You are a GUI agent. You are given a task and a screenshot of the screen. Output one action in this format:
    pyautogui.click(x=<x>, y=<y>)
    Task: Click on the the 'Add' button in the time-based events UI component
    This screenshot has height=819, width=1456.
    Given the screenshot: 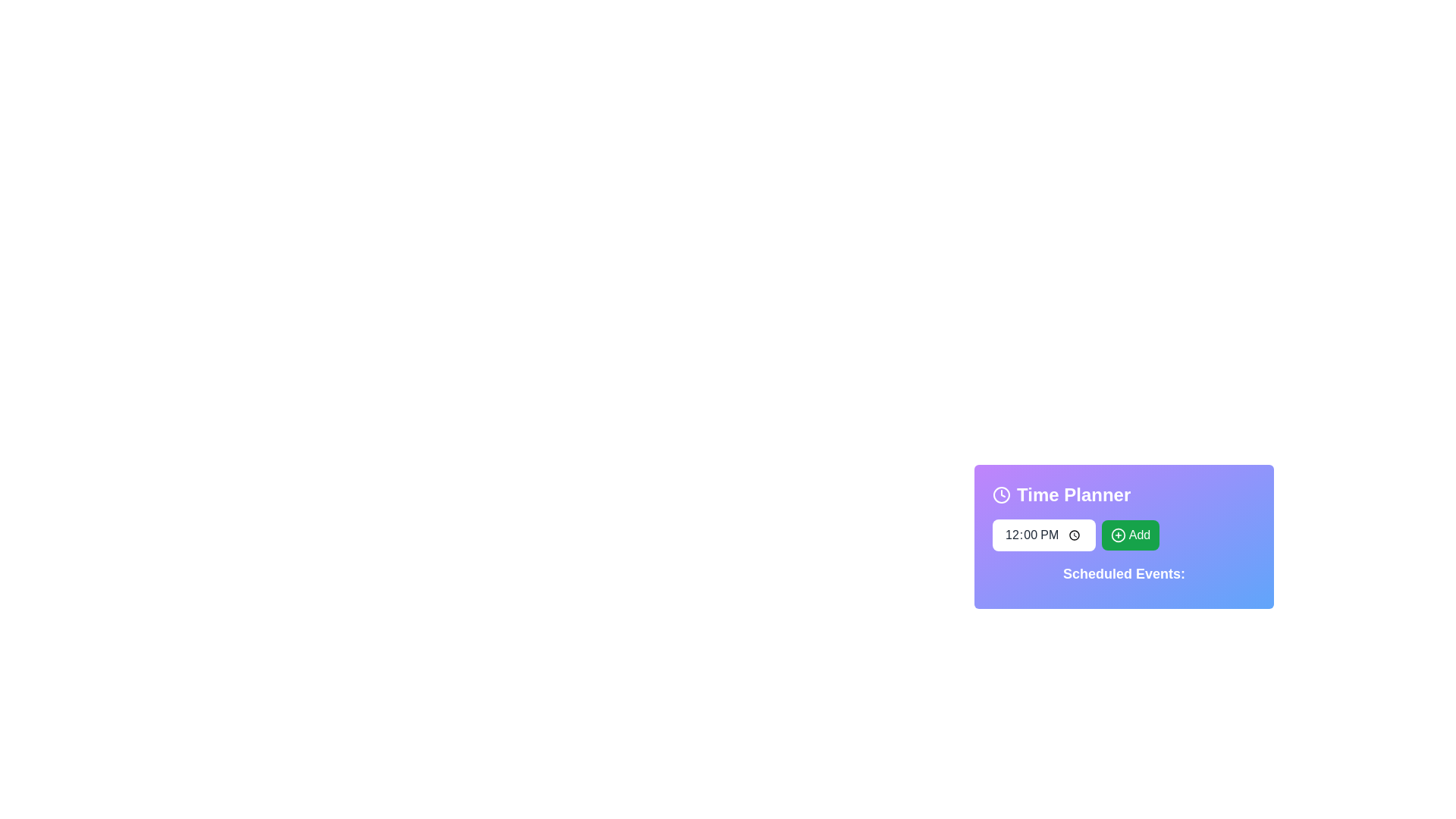 What is the action you would take?
    pyautogui.click(x=1124, y=529)
    